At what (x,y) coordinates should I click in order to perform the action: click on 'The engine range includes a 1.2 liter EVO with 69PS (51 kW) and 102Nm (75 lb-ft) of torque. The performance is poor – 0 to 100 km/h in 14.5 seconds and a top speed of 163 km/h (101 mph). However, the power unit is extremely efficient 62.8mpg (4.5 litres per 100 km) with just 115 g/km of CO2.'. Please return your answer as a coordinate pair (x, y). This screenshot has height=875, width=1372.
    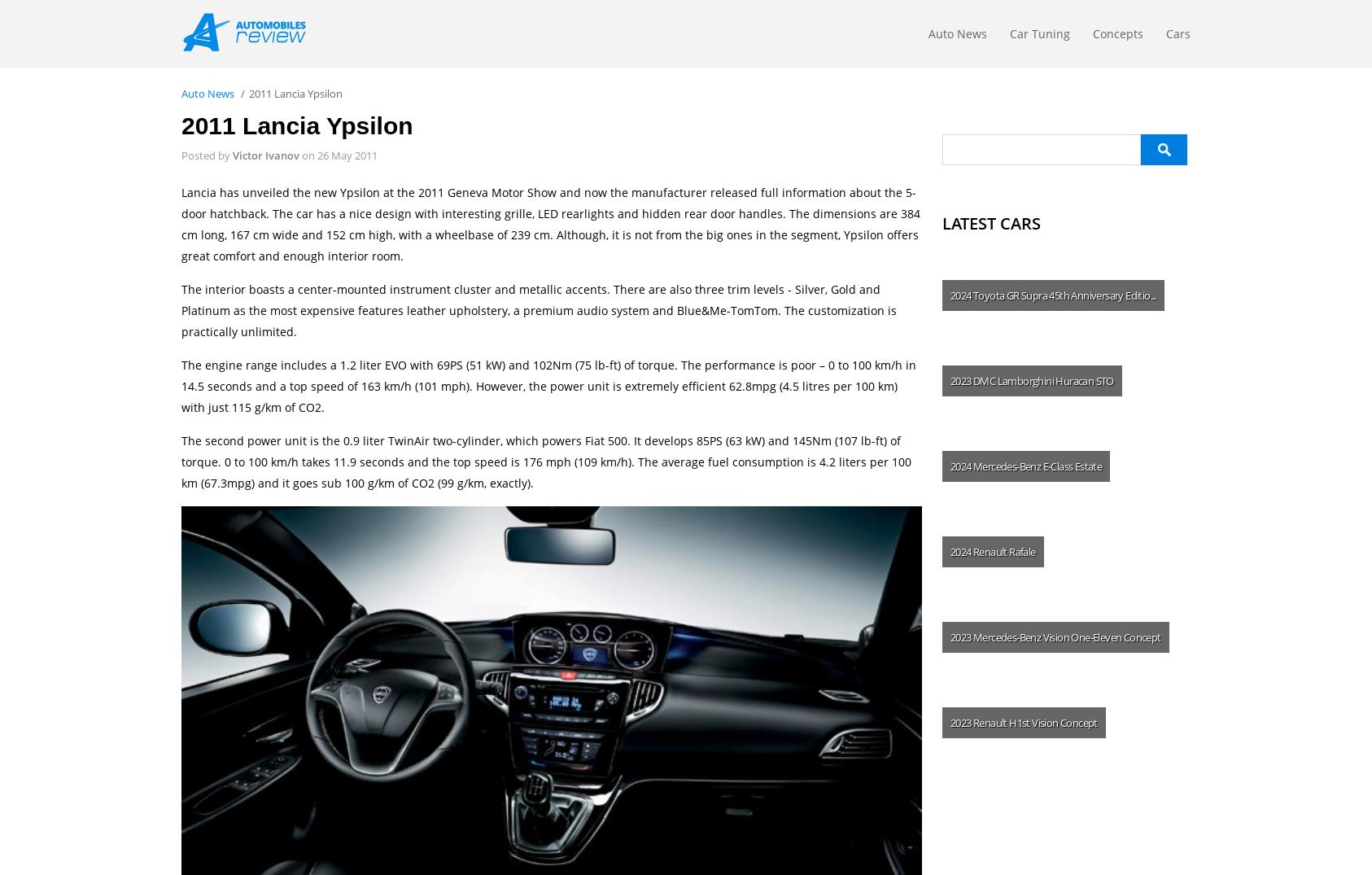
    Looking at the image, I should click on (181, 386).